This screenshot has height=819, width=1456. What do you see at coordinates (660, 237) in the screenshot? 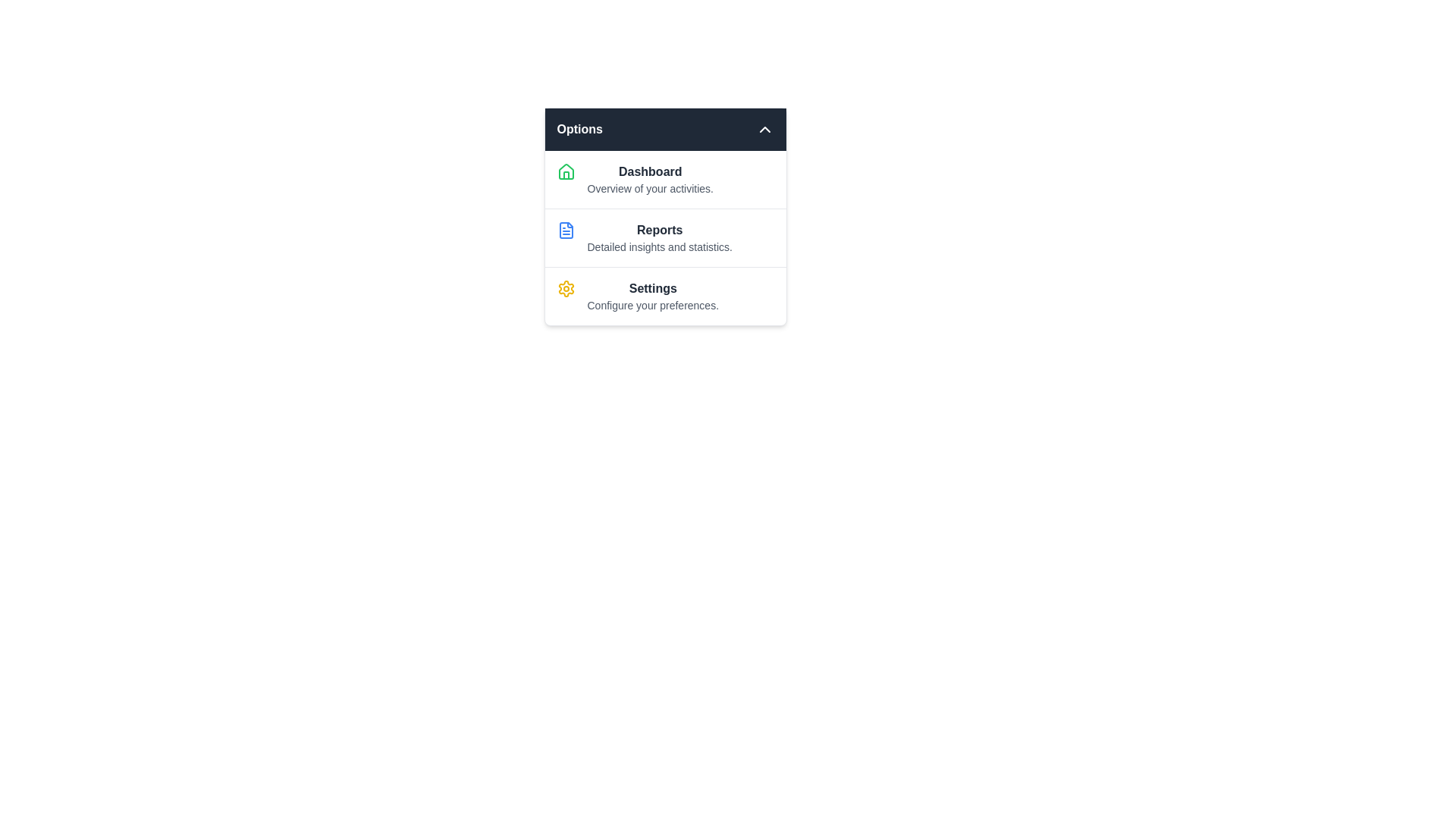
I see `on the 'Reports' list item in the menu that is highlighted, which is the second item in the vertical list, positioned between 'Dashboard' and 'Settings'` at bounding box center [660, 237].